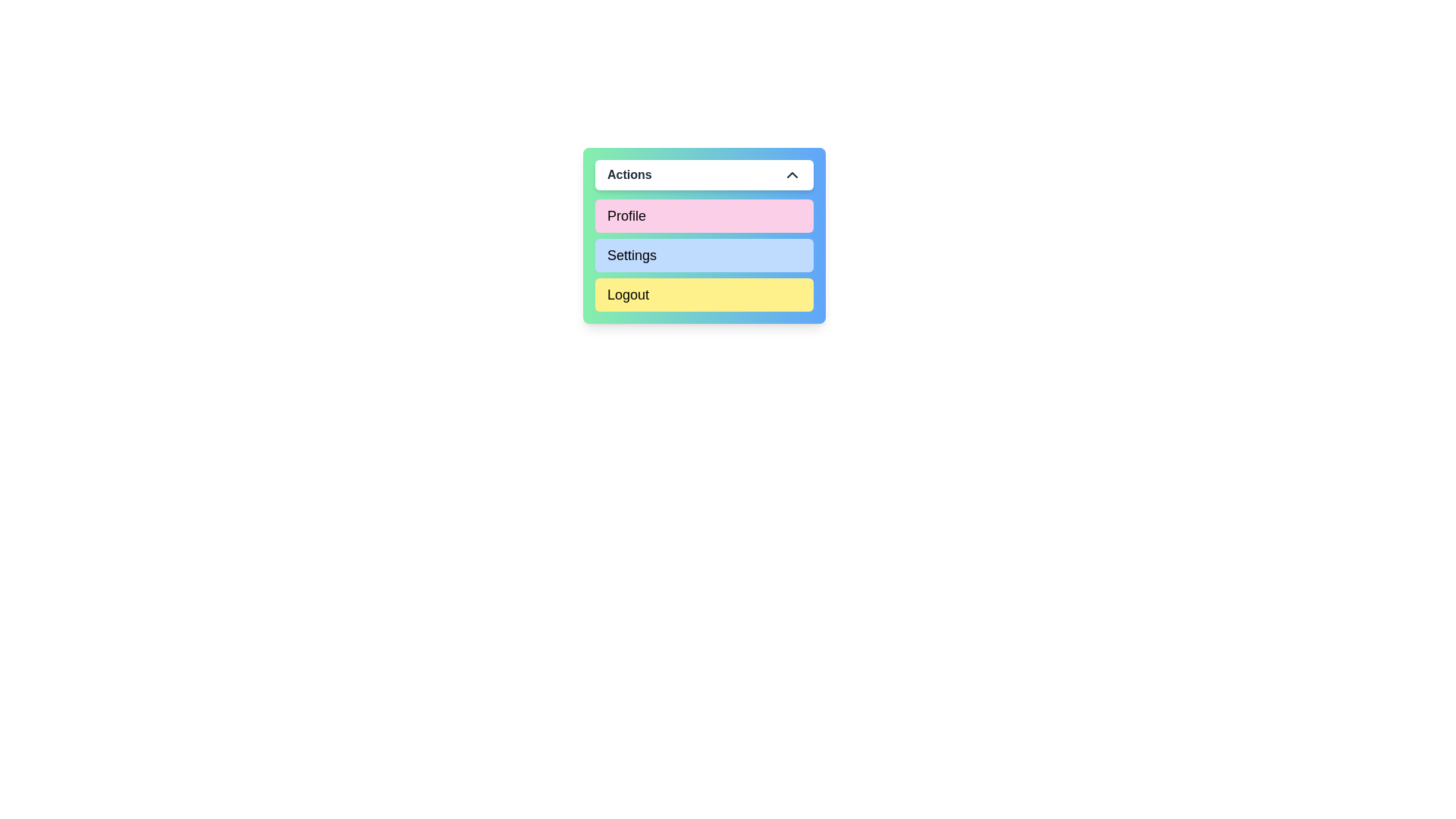  What do you see at coordinates (704, 254) in the screenshot?
I see `the 'Settings' button located in the vertical menu panel, positioned beneath the 'Profile' button and above the 'Logout' button` at bounding box center [704, 254].